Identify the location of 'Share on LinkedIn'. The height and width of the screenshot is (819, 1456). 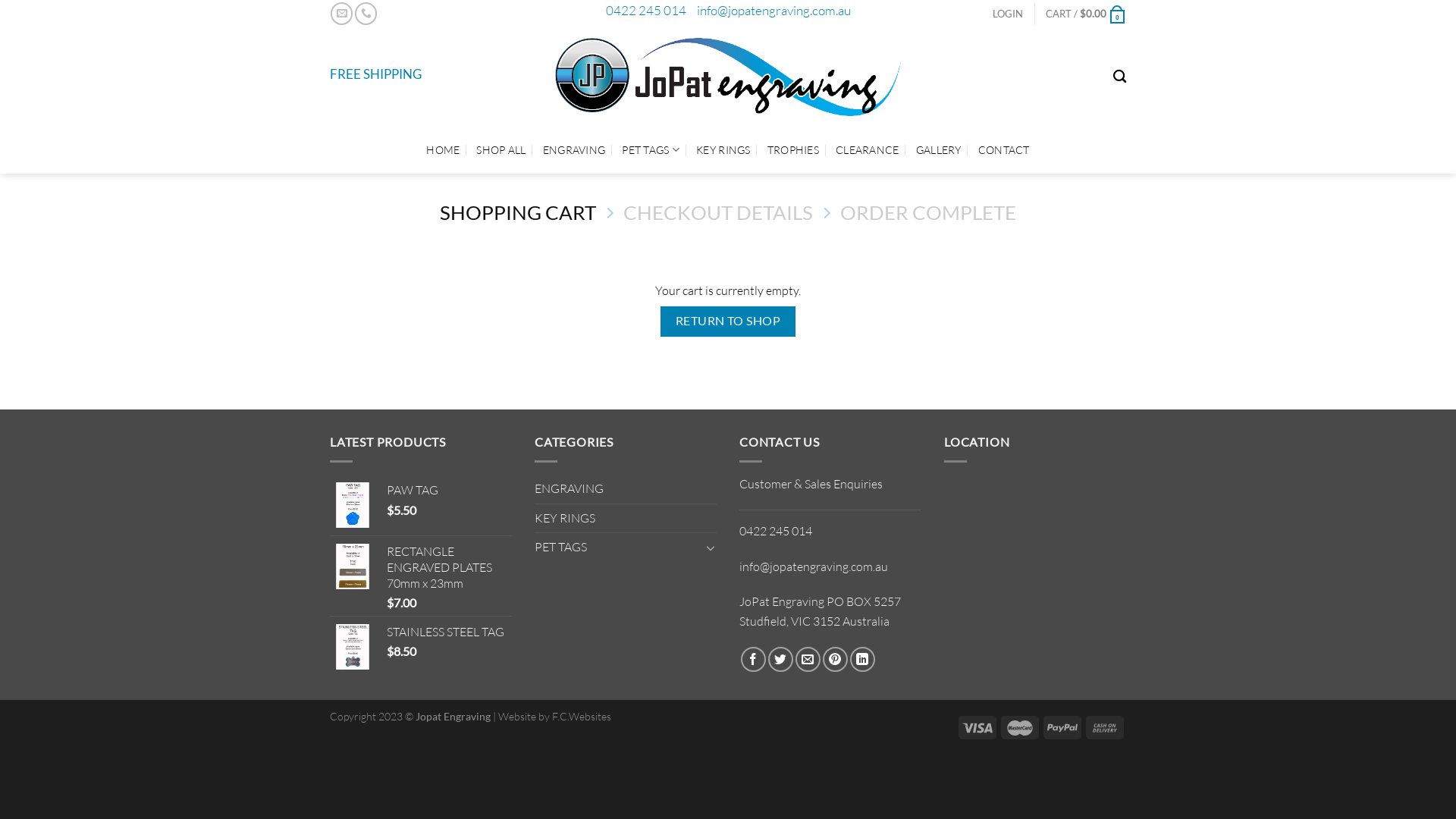
(862, 658).